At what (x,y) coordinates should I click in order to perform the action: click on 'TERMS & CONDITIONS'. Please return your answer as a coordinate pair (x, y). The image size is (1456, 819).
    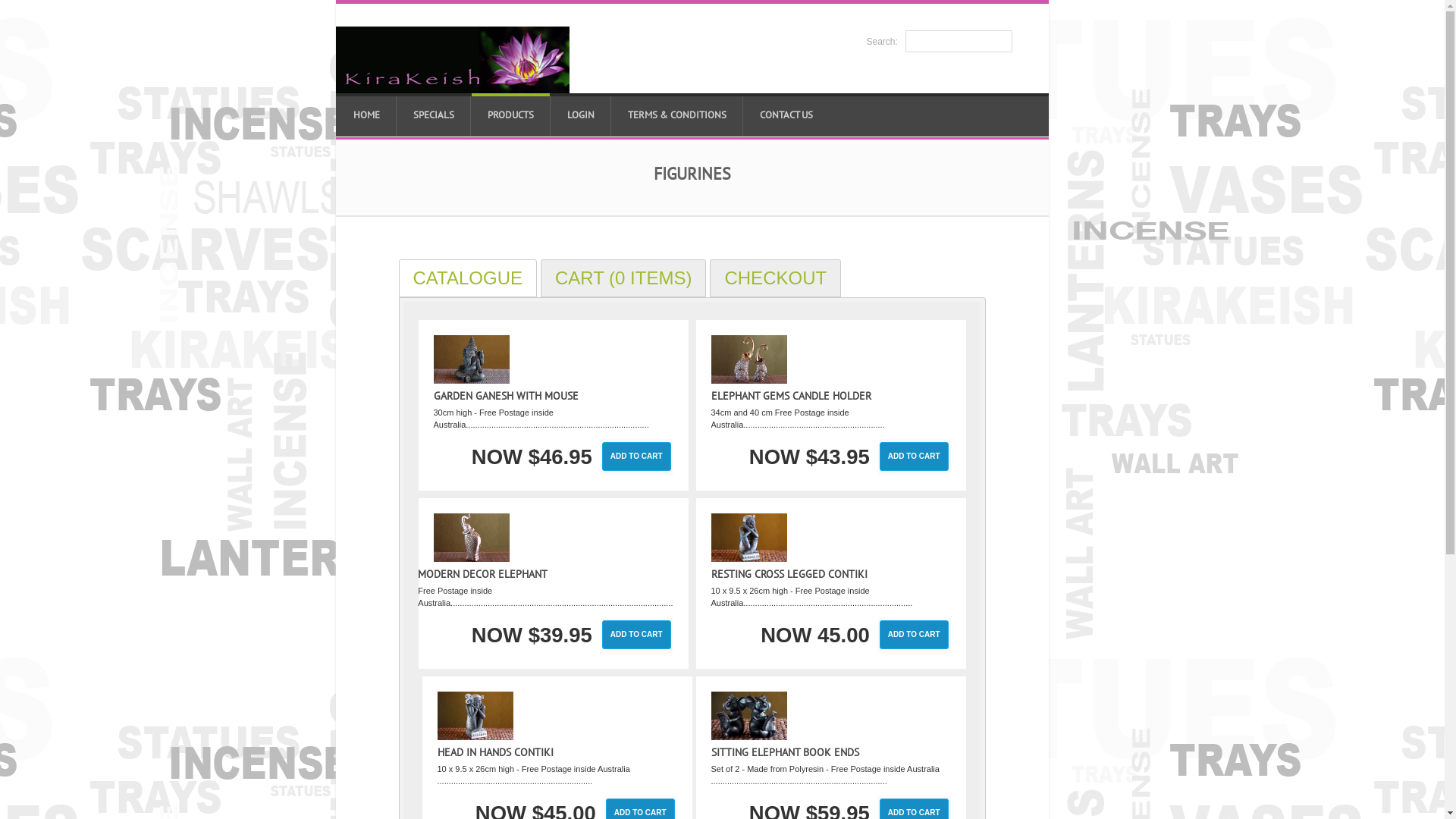
    Looking at the image, I should click on (611, 114).